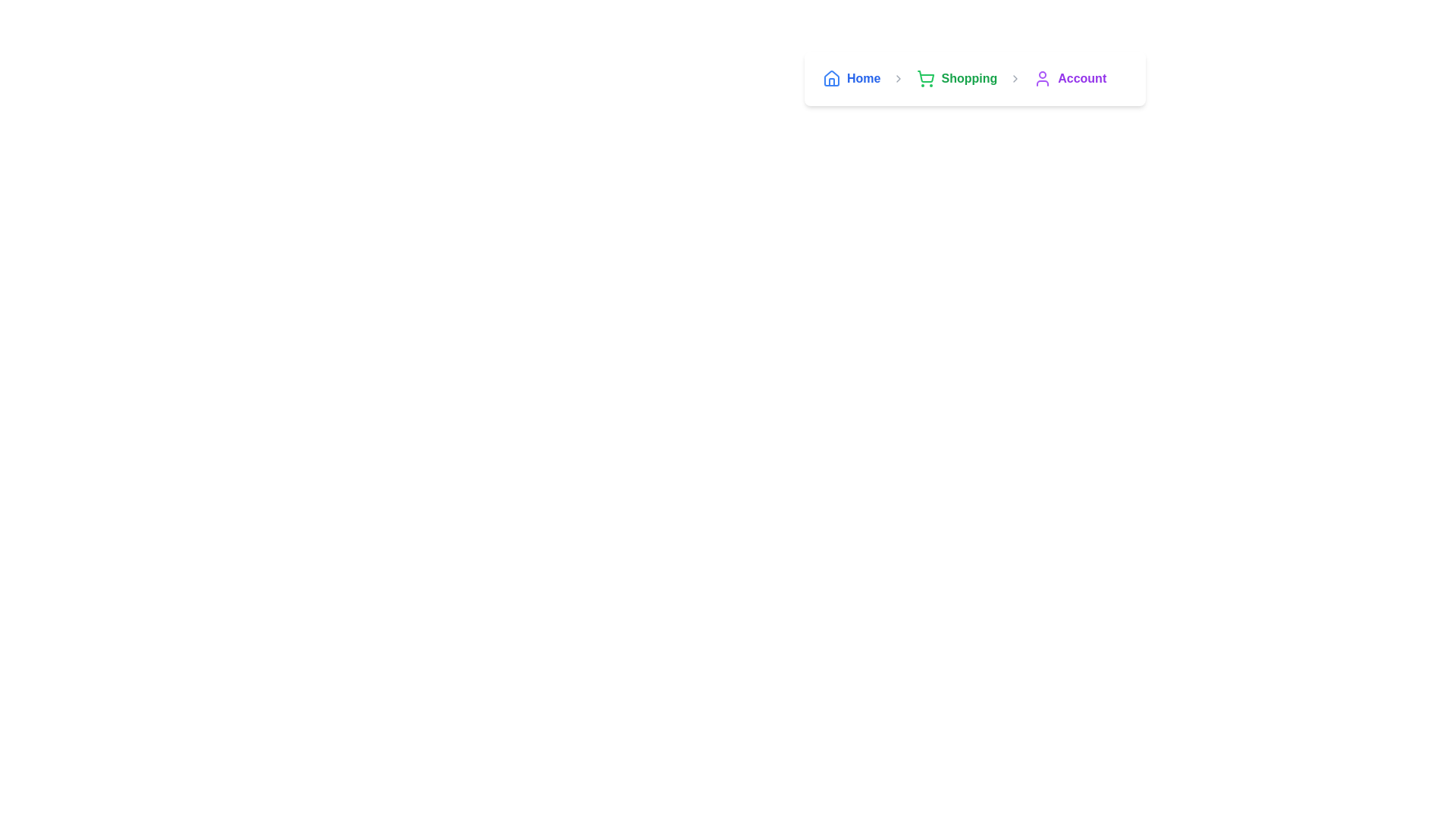  What do you see at coordinates (852, 79) in the screenshot?
I see `the interactive clickable link labeled 'Home' with a house icon to trigger tooltip or highlighting effects` at bounding box center [852, 79].